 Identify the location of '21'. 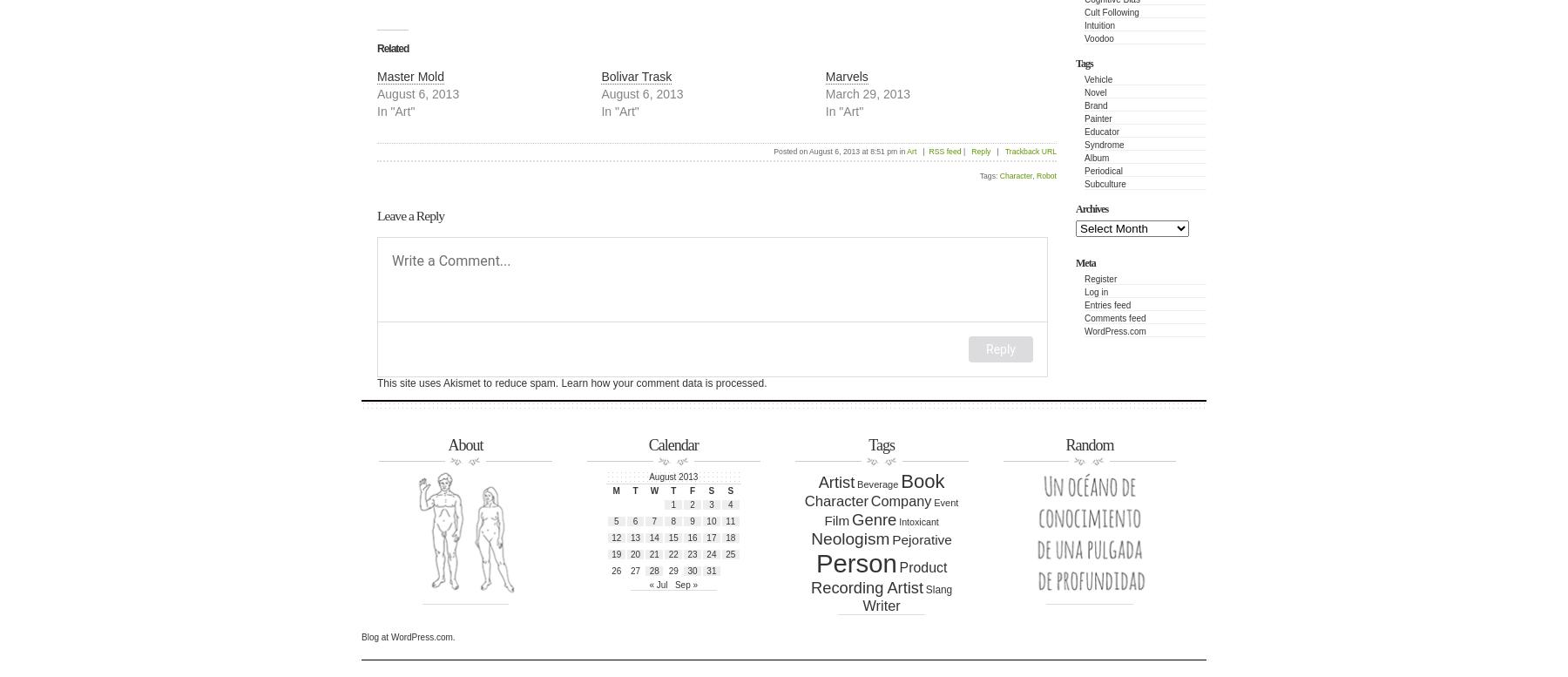
(652, 552).